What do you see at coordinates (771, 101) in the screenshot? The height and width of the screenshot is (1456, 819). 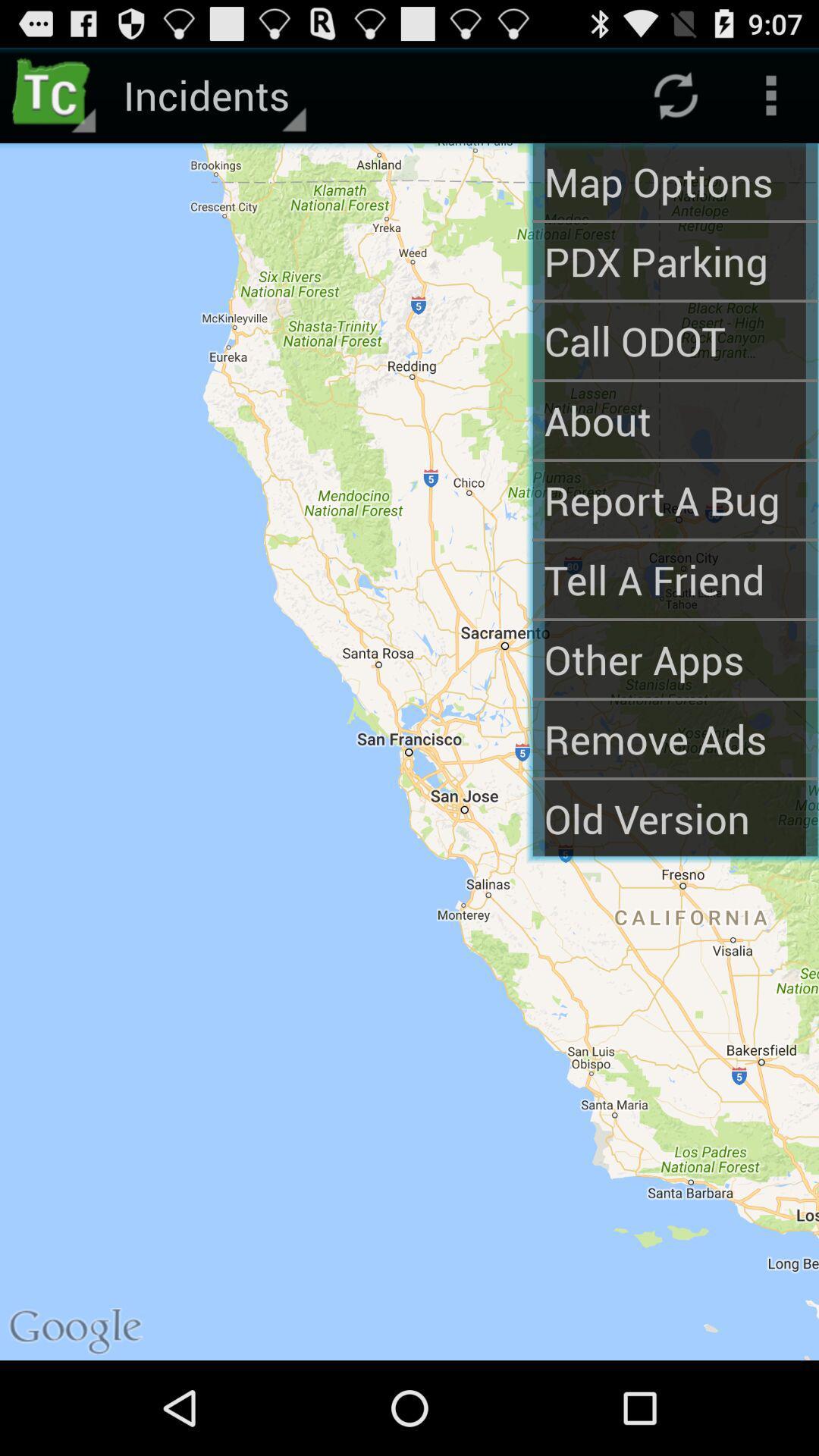 I see `the more icon` at bounding box center [771, 101].